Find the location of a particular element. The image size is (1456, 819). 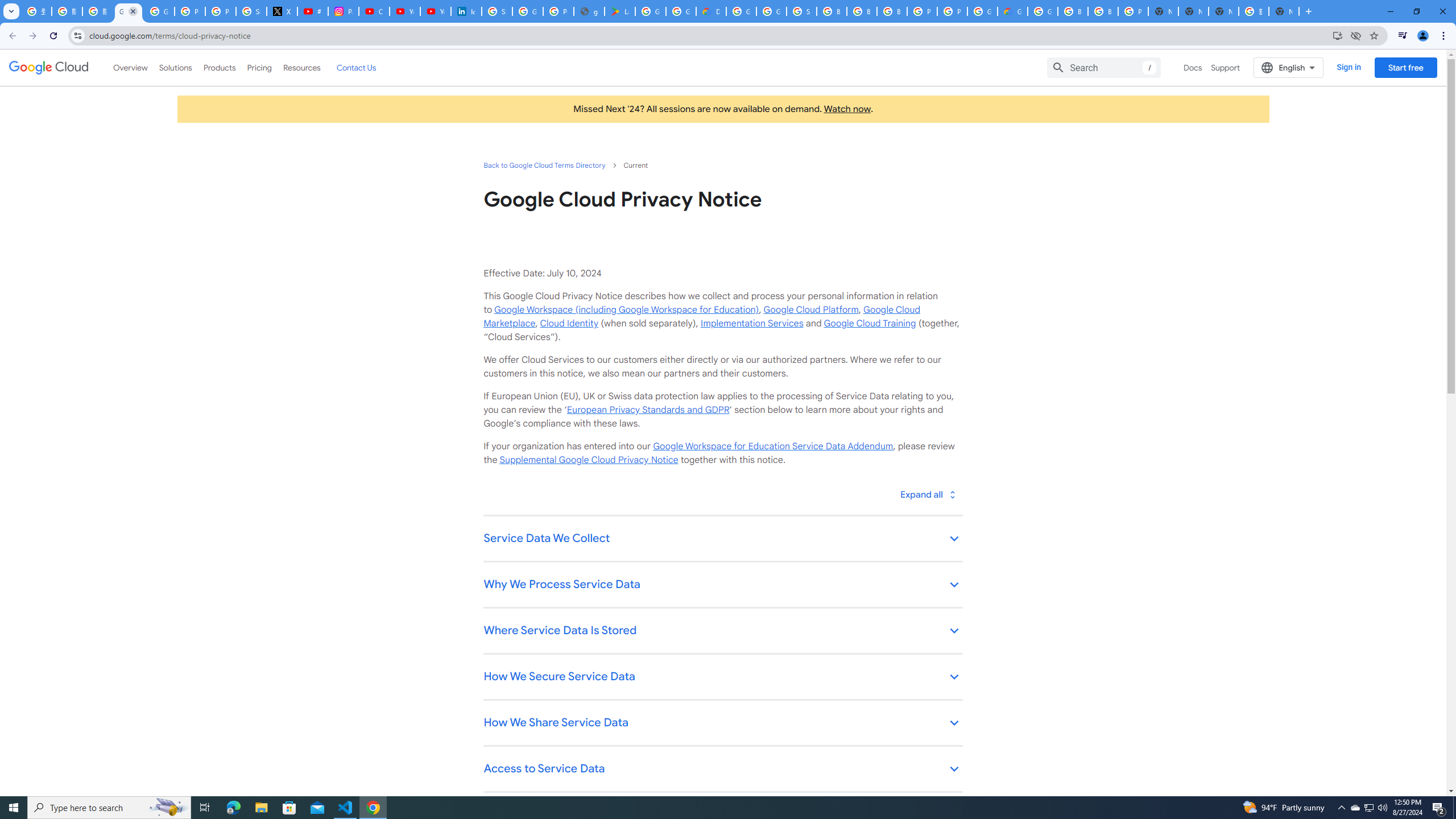

'Back to Google Cloud Terms Directory' is located at coordinates (544, 165).